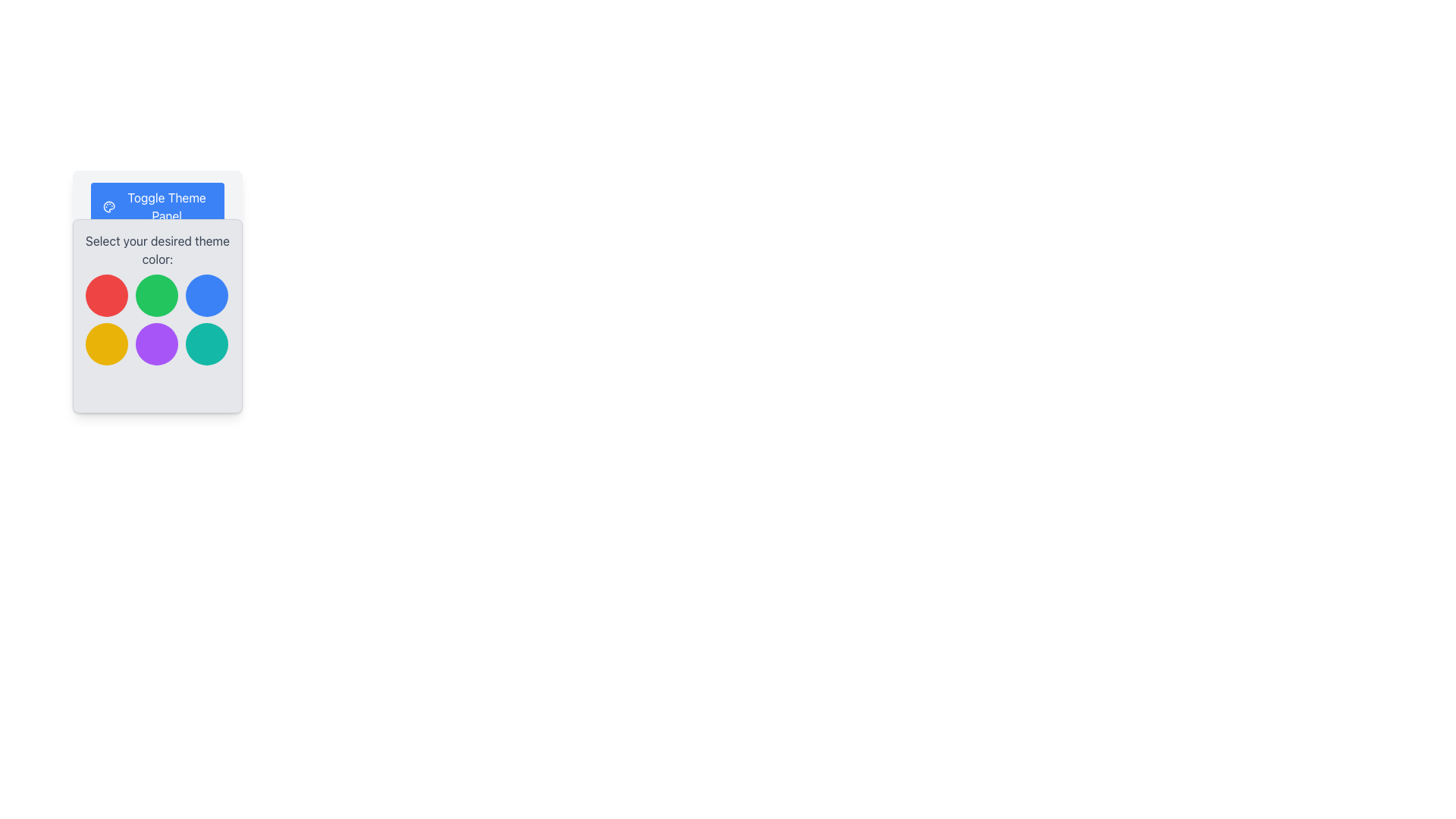  What do you see at coordinates (157, 315) in the screenshot?
I see `the composite selection panel with circular button choices that allows users to select a theme color` at bounding box center [157, 315].